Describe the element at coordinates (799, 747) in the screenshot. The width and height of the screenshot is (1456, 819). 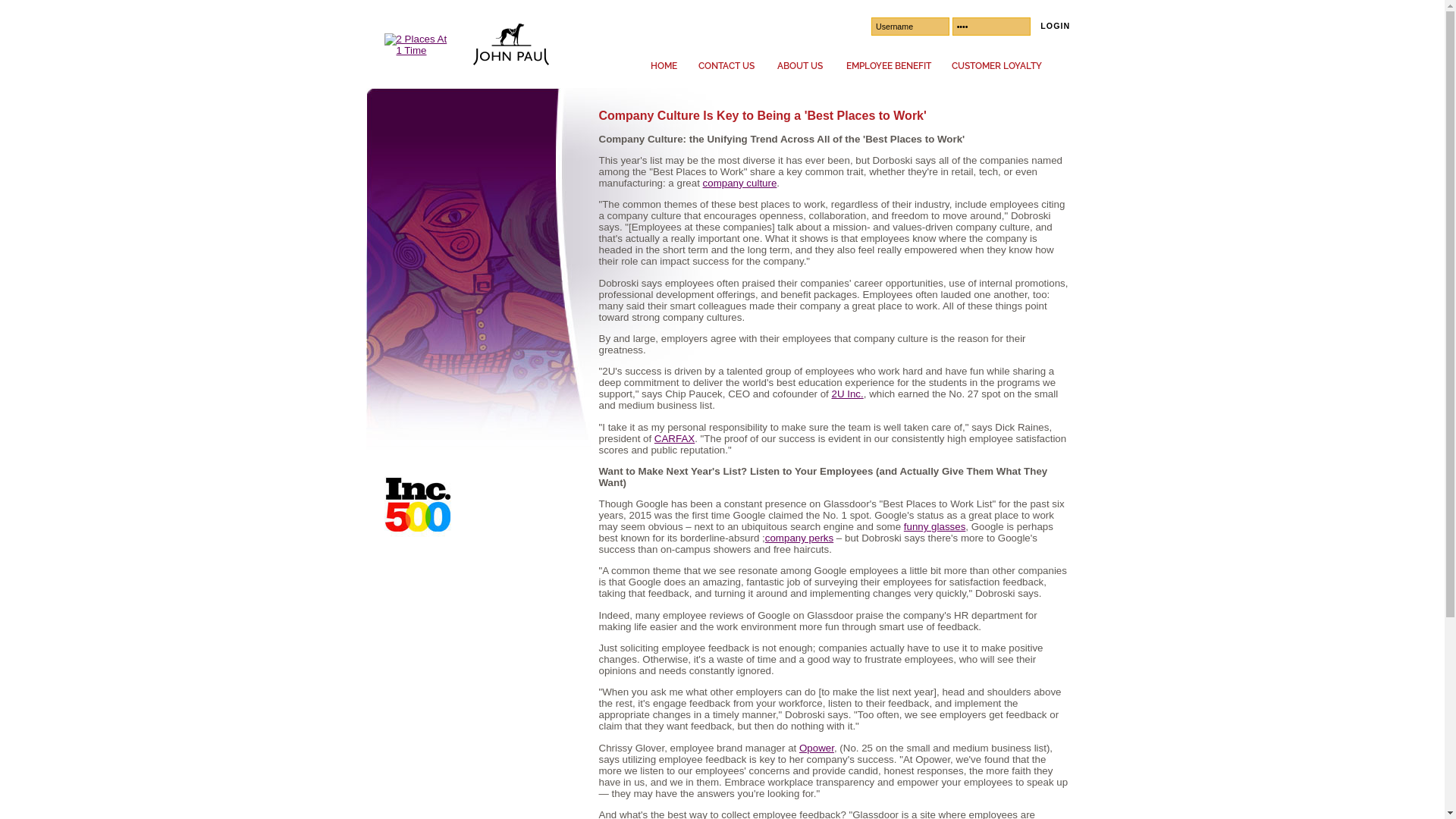
I see `'Opower'` at that location.